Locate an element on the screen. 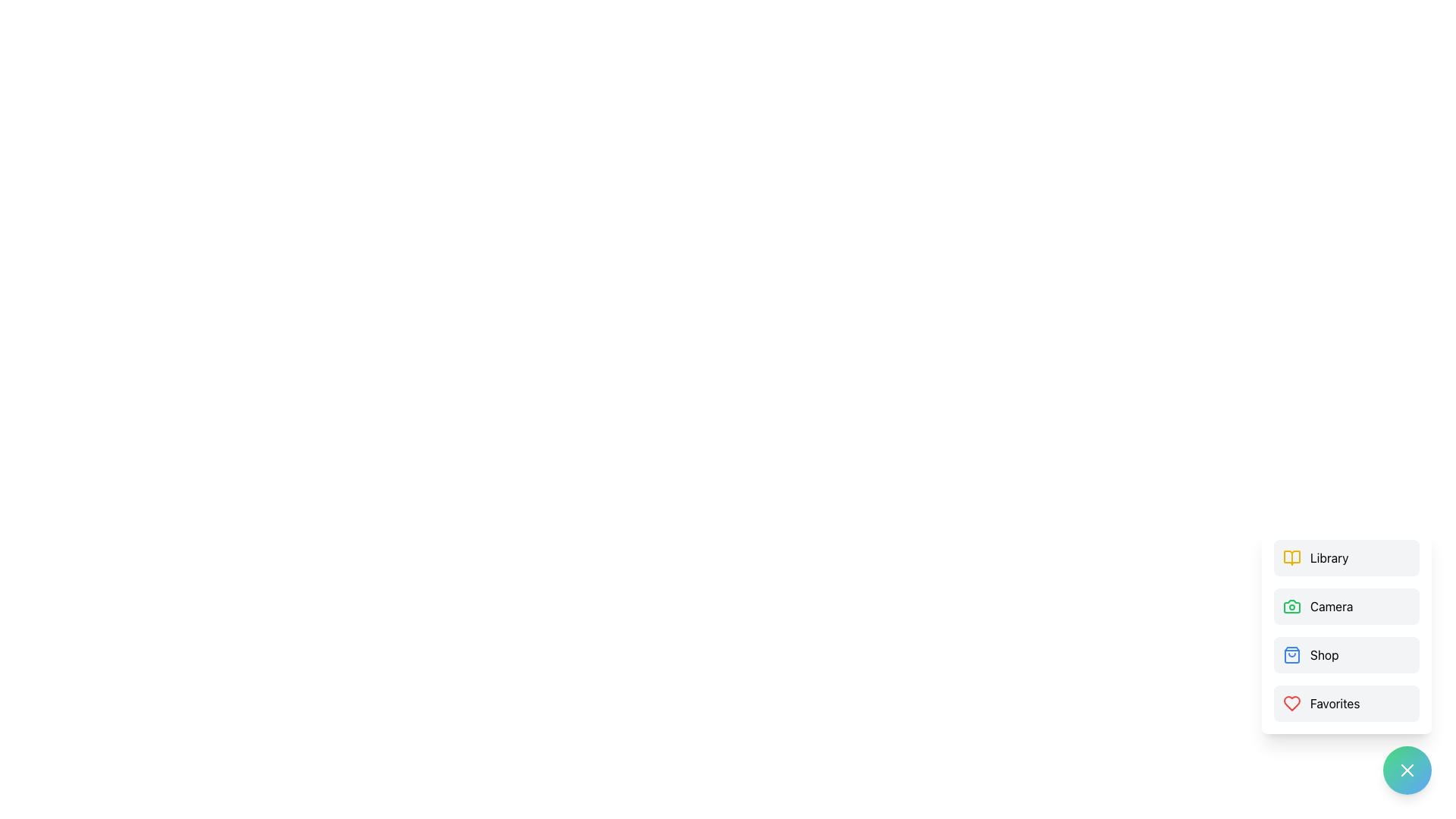 The width and height of the screenshot is (1456, 819). the 'Shop' text label, which is part of an interactive button-like group displayed in a sans-serif font with a black color on a light gray background is located at coordinates (1323, 654).